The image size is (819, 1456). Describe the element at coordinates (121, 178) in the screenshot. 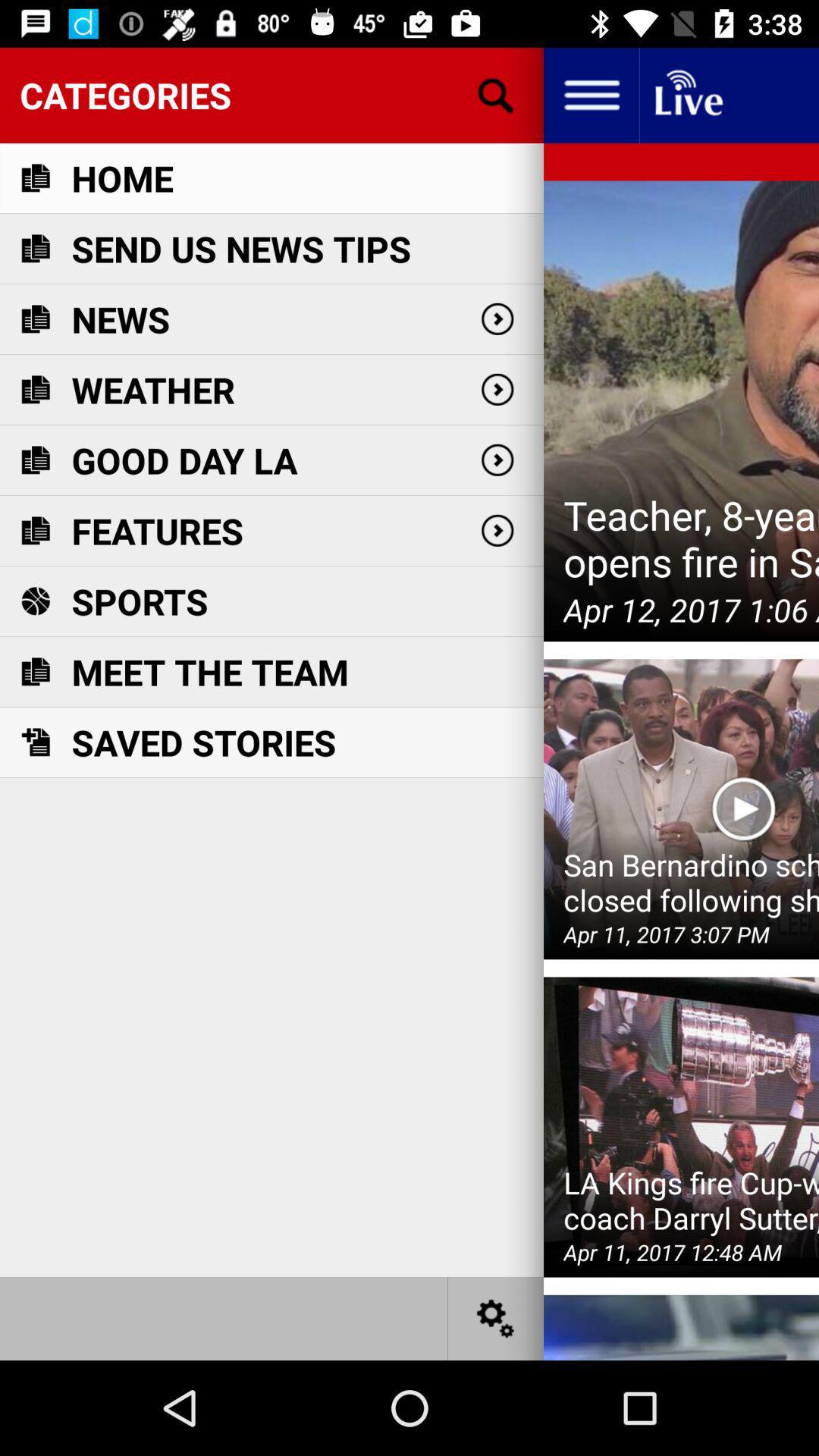

I see `home item` at that location.